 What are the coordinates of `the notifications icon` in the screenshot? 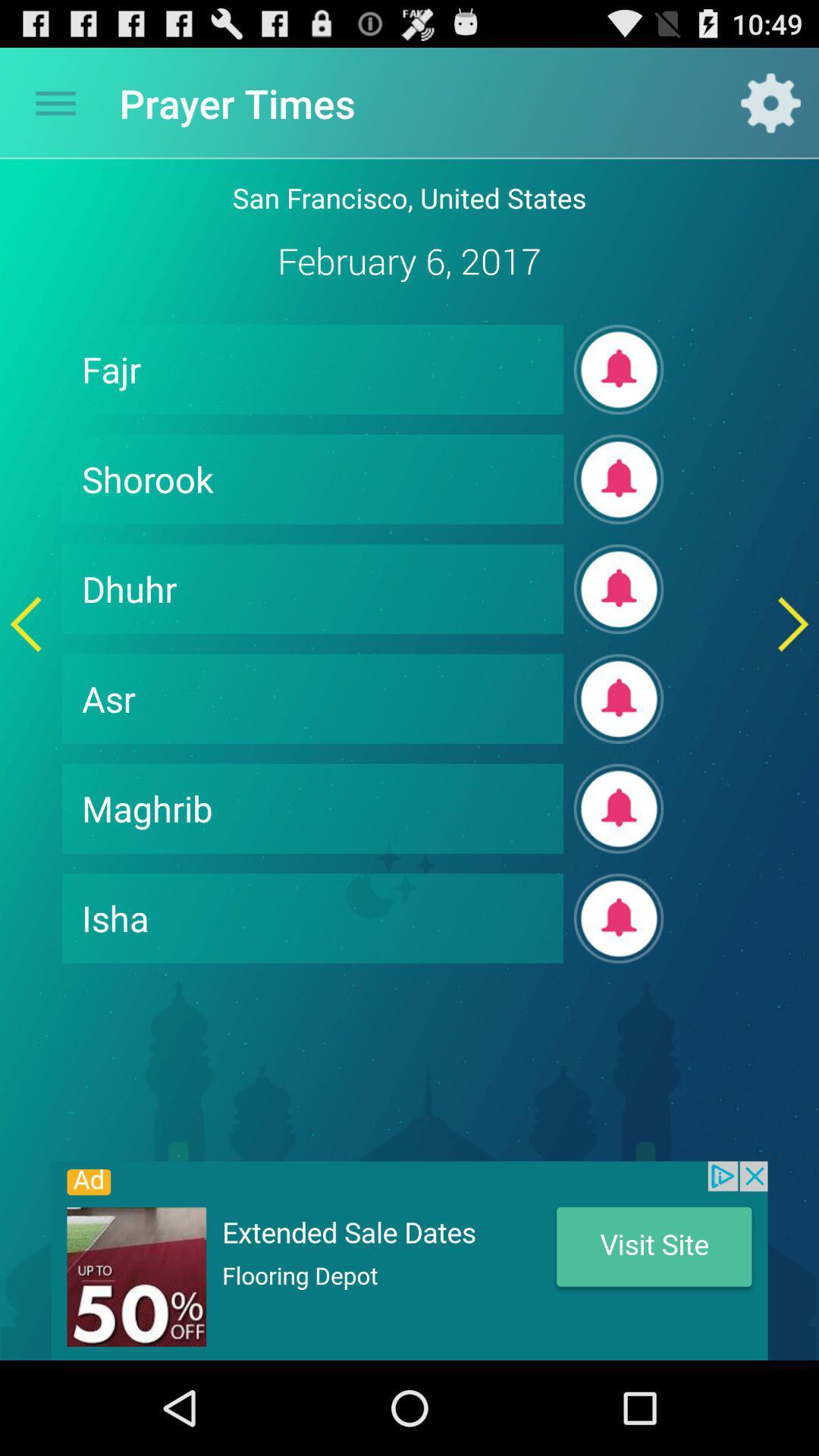 It's located at (619, 630).